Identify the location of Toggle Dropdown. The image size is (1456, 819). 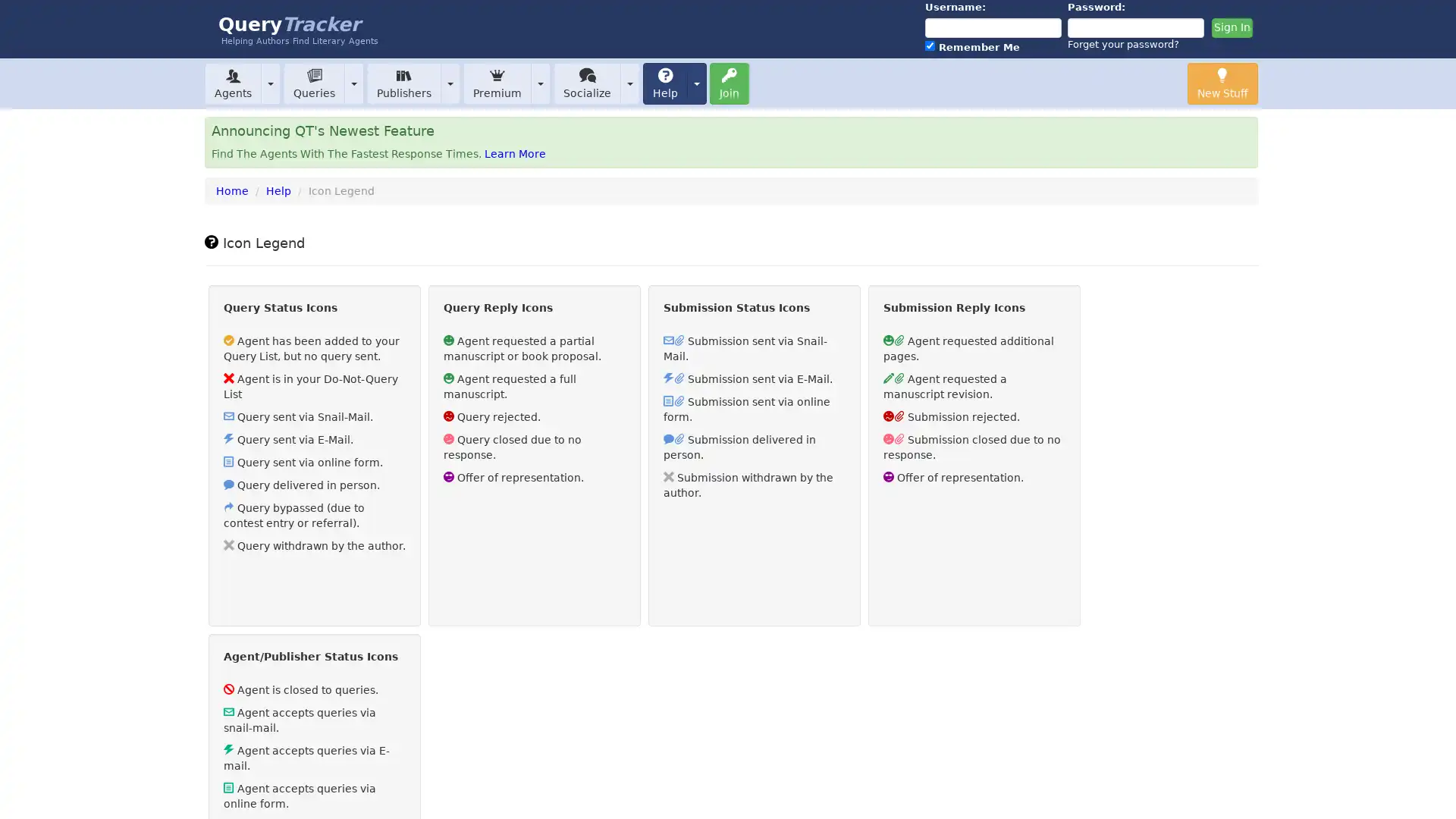
(629, 83).